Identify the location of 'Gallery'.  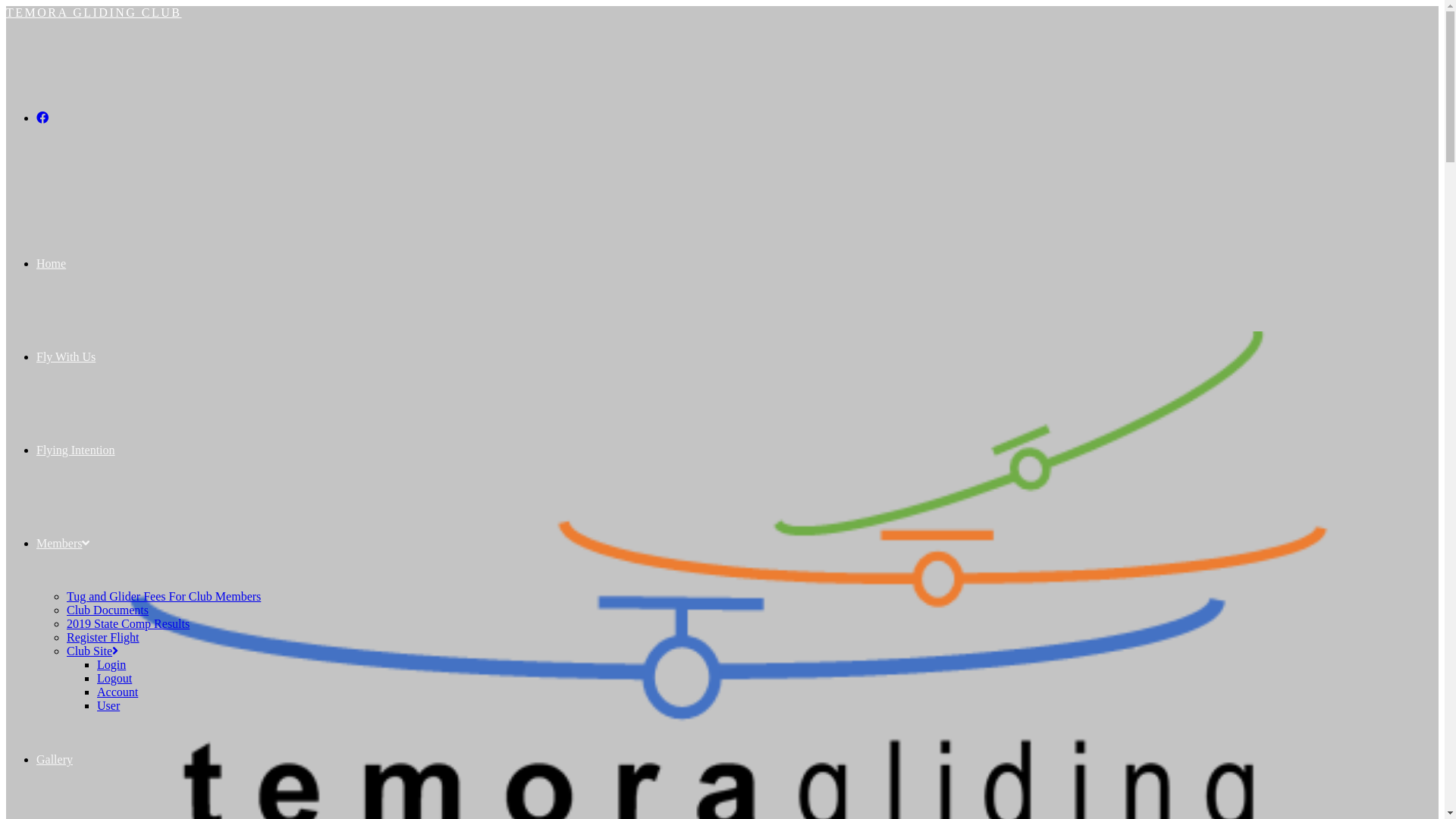
(55, 759).